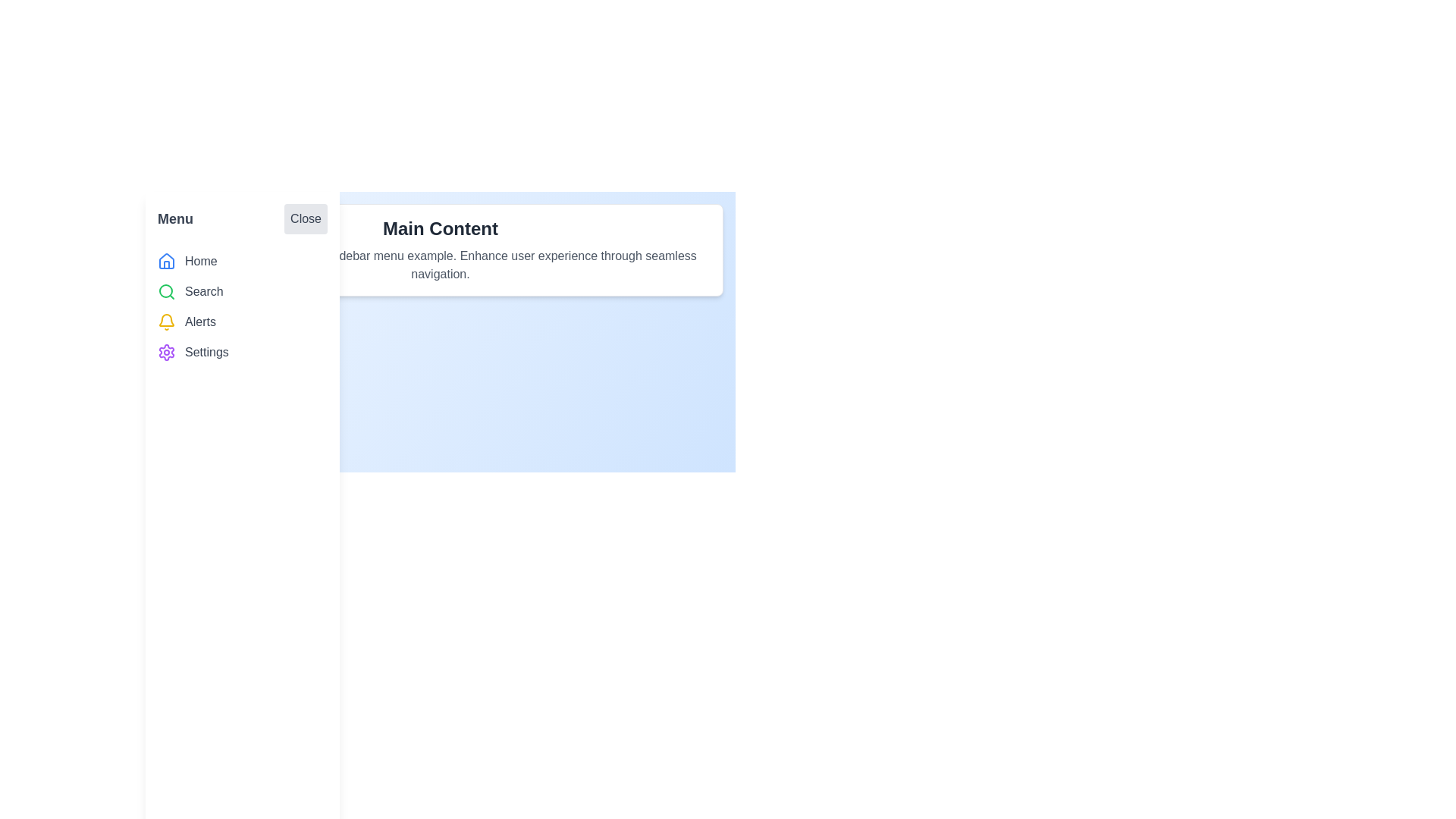  I want to click on the bold text header that reads 'Main Content', which is styled with a 2xl text size and dark gray color, located in a white box with rounded corners, so click(439, 228).